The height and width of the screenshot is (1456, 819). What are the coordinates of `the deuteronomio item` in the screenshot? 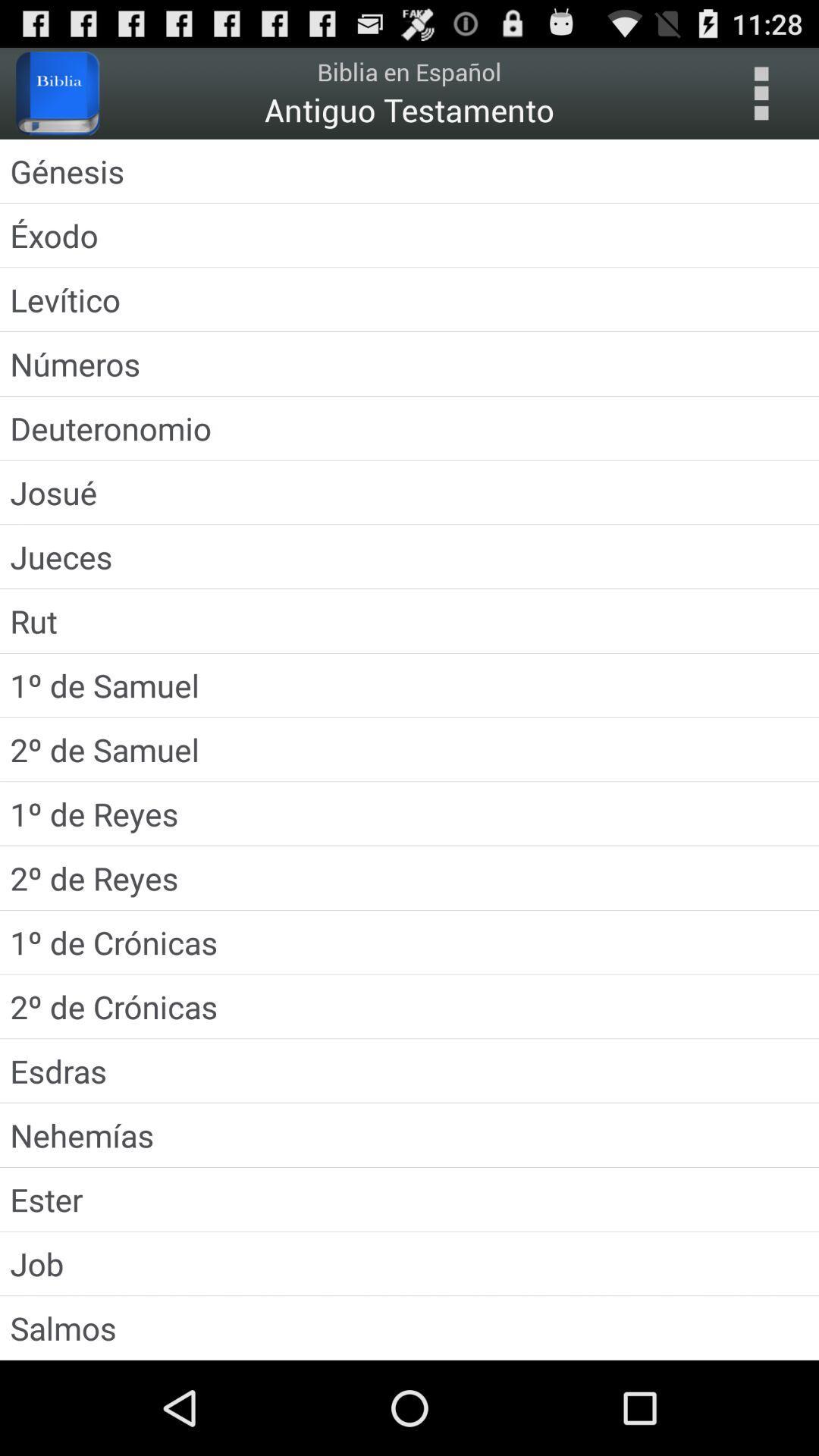 It's located at (409, 427).